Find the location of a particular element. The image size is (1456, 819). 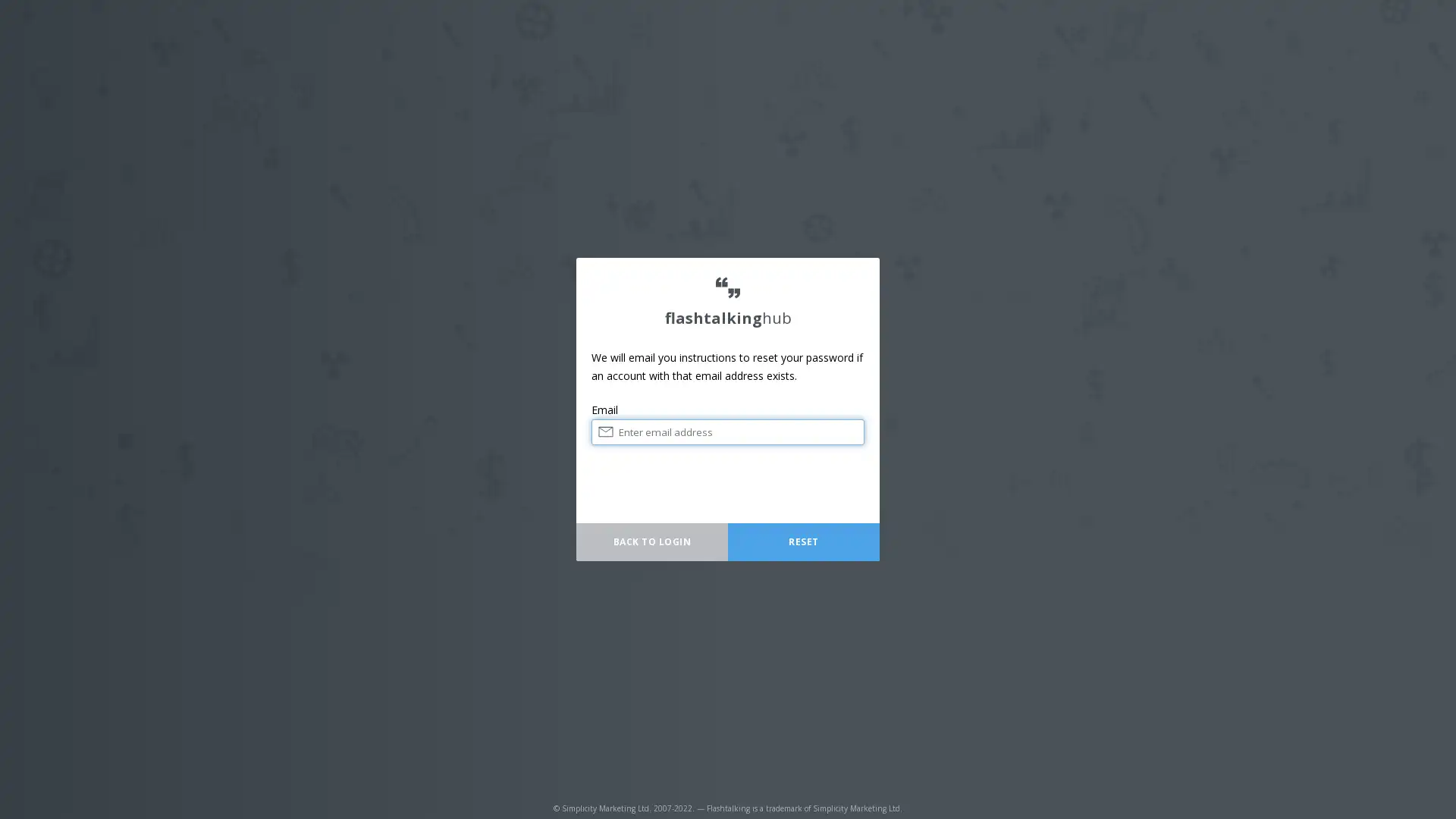

RESET is located at coordinates (803, 541).